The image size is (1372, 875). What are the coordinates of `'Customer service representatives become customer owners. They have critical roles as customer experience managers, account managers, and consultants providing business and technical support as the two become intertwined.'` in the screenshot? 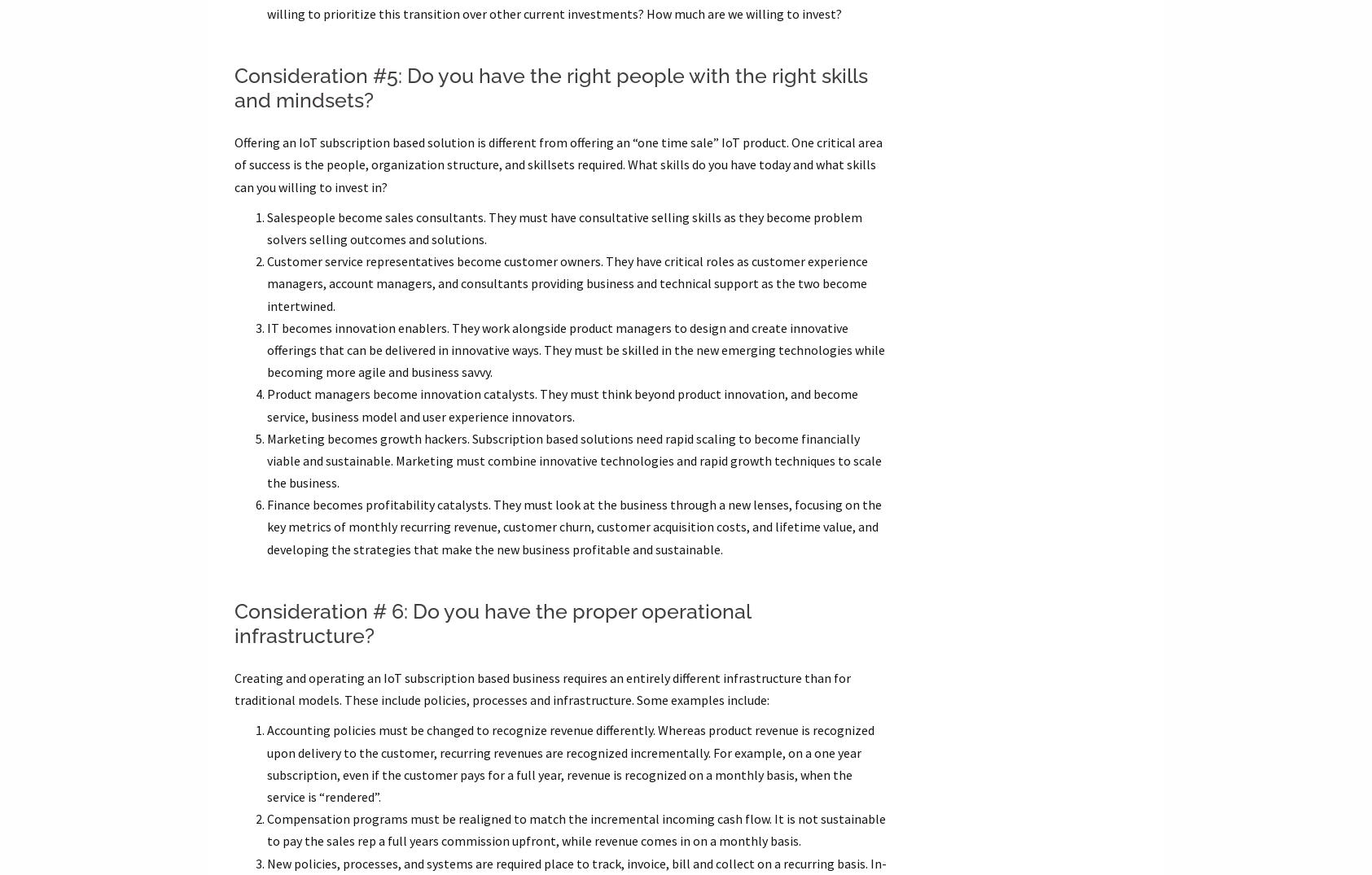 It's located at (566, 282).